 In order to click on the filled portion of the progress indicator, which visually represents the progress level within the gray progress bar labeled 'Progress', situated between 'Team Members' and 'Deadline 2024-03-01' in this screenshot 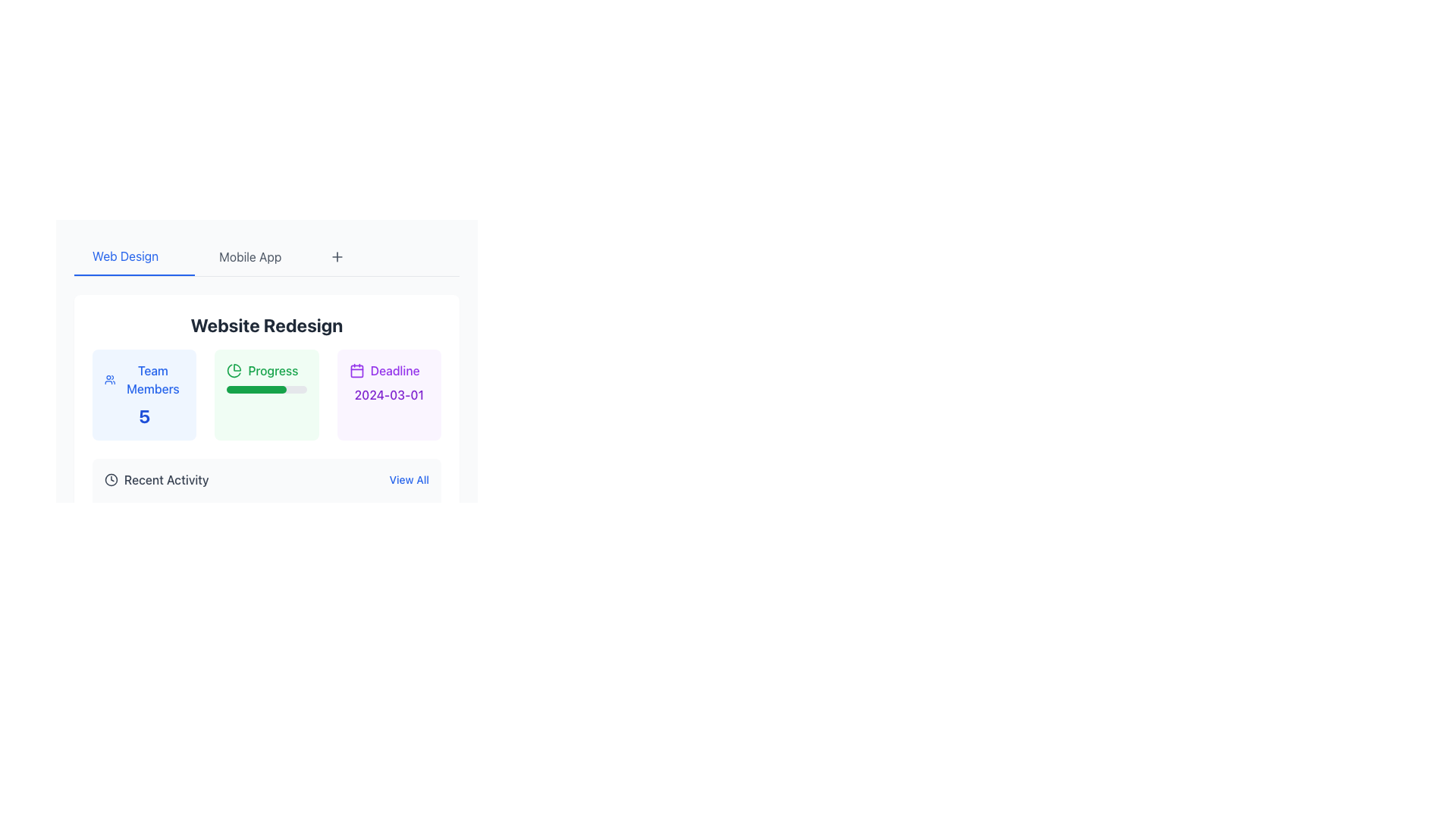, I will do `click(256, 388)`.